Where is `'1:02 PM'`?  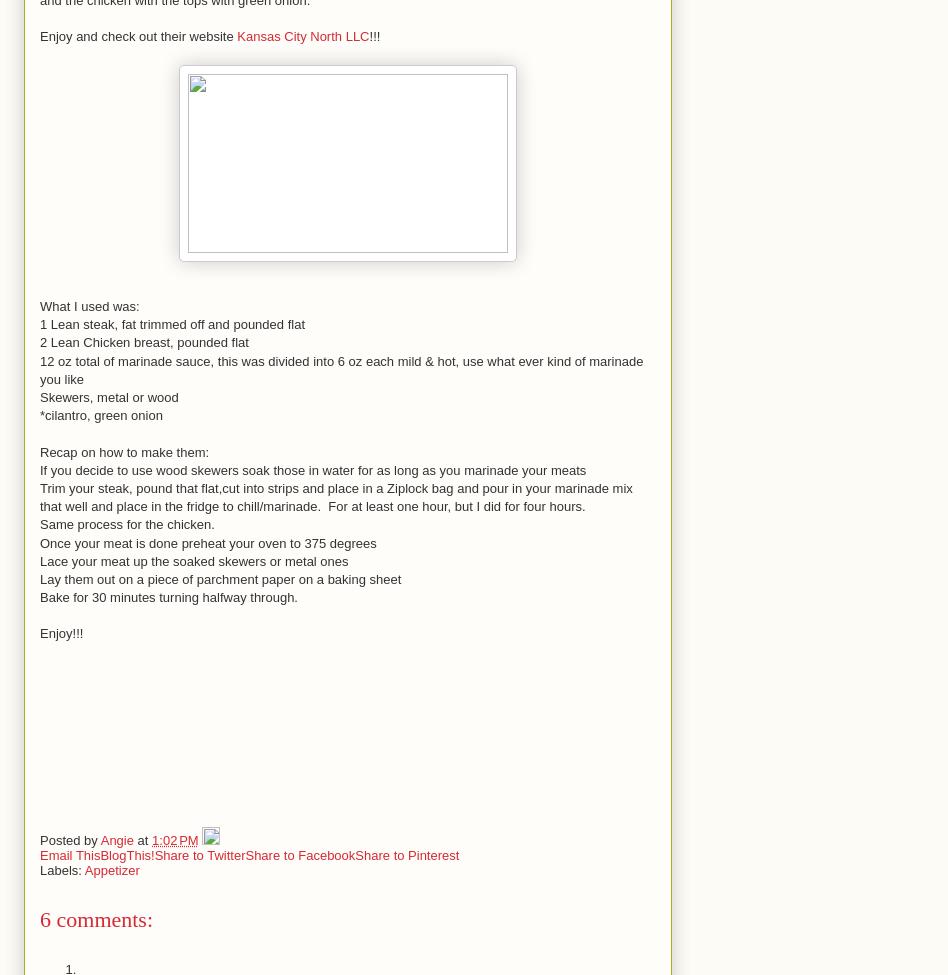 '1:02 PM' is located at coordinates (174, 839).